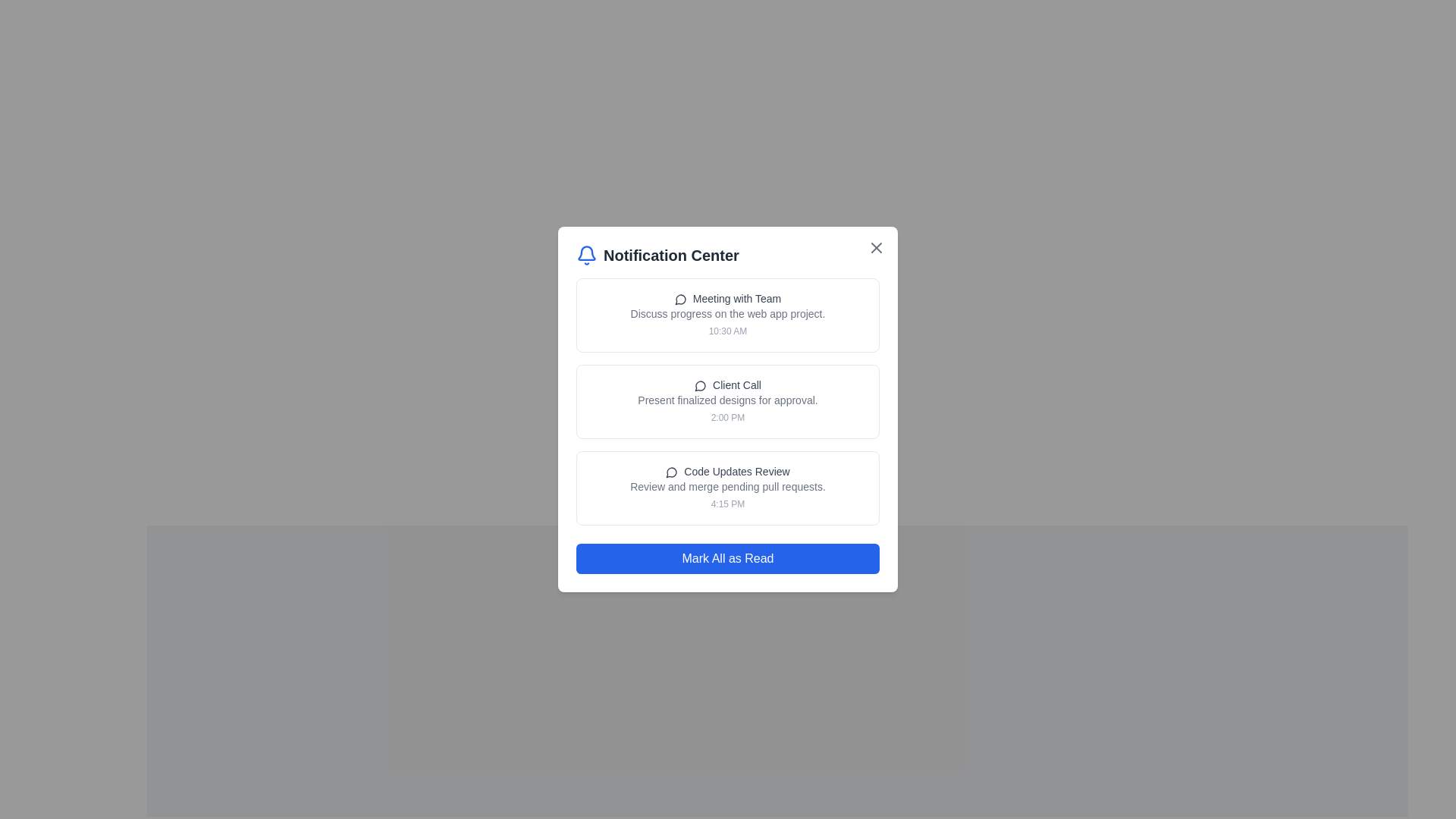 This screenshot has height=819, width=1456. What do you see at coordinates (728, 330) in the screenshot?
I see `the text label displaying the timestamp '10:30 AM' located at the bottom right corner of the 'Meeting with Team' notification card` at bounding box center [728, 330].